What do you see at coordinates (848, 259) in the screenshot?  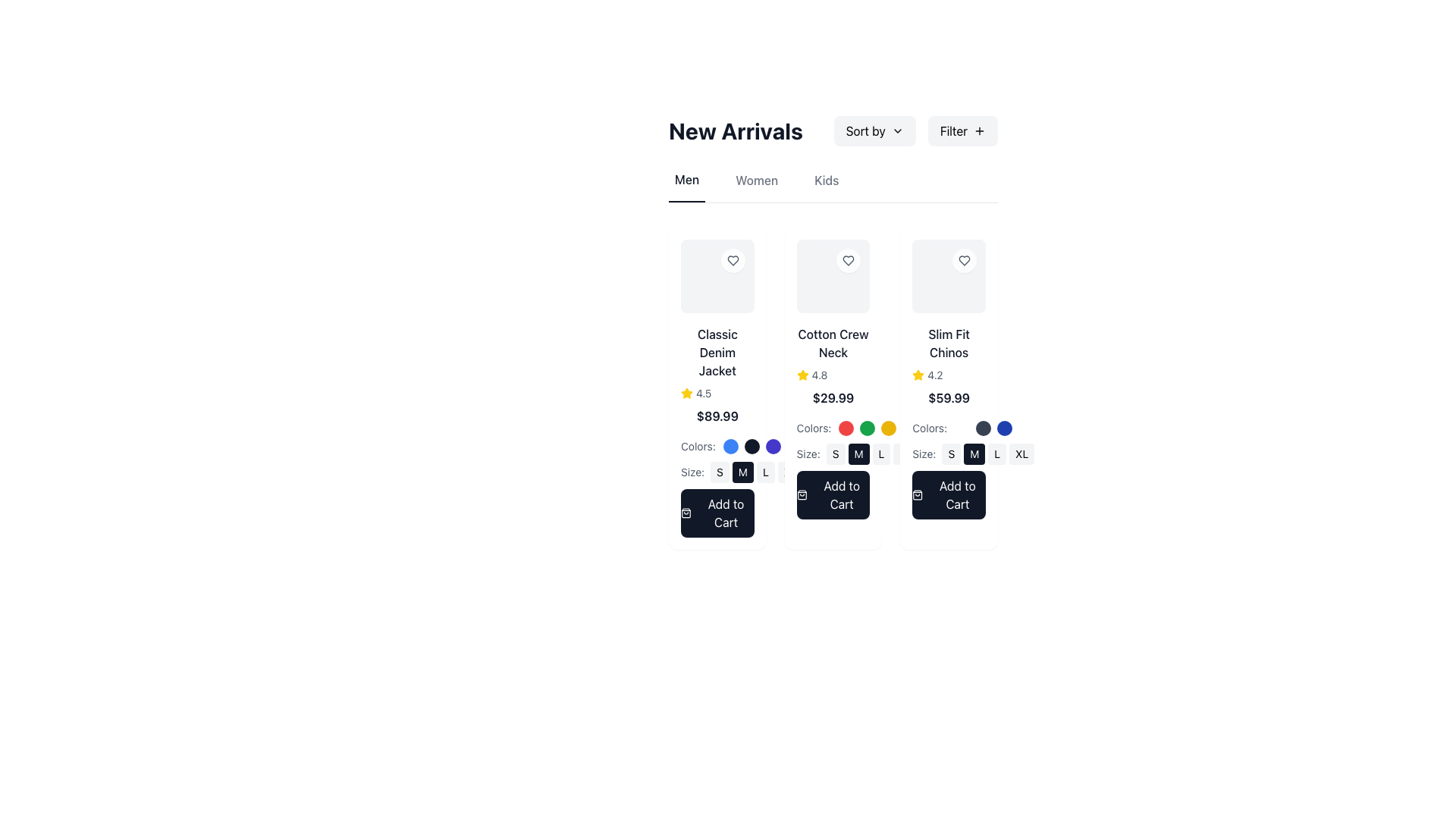 I see `the favorite icon button located at the top-right corner of the 'Cotton Crew Neck' product card to change its color` at bounding box center [848, 259].